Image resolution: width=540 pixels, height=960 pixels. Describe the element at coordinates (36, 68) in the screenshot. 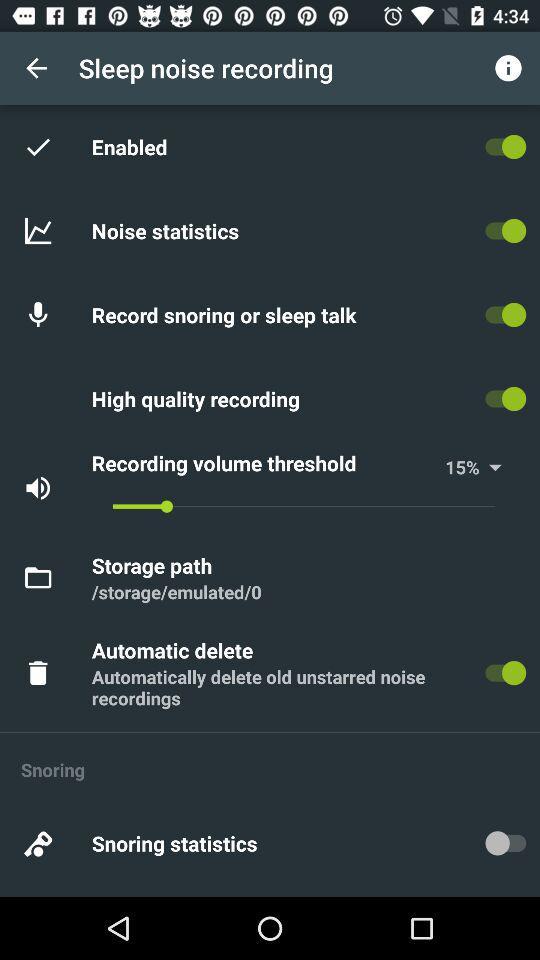

I see `the icon next to the sleep noise recording item` at that location.